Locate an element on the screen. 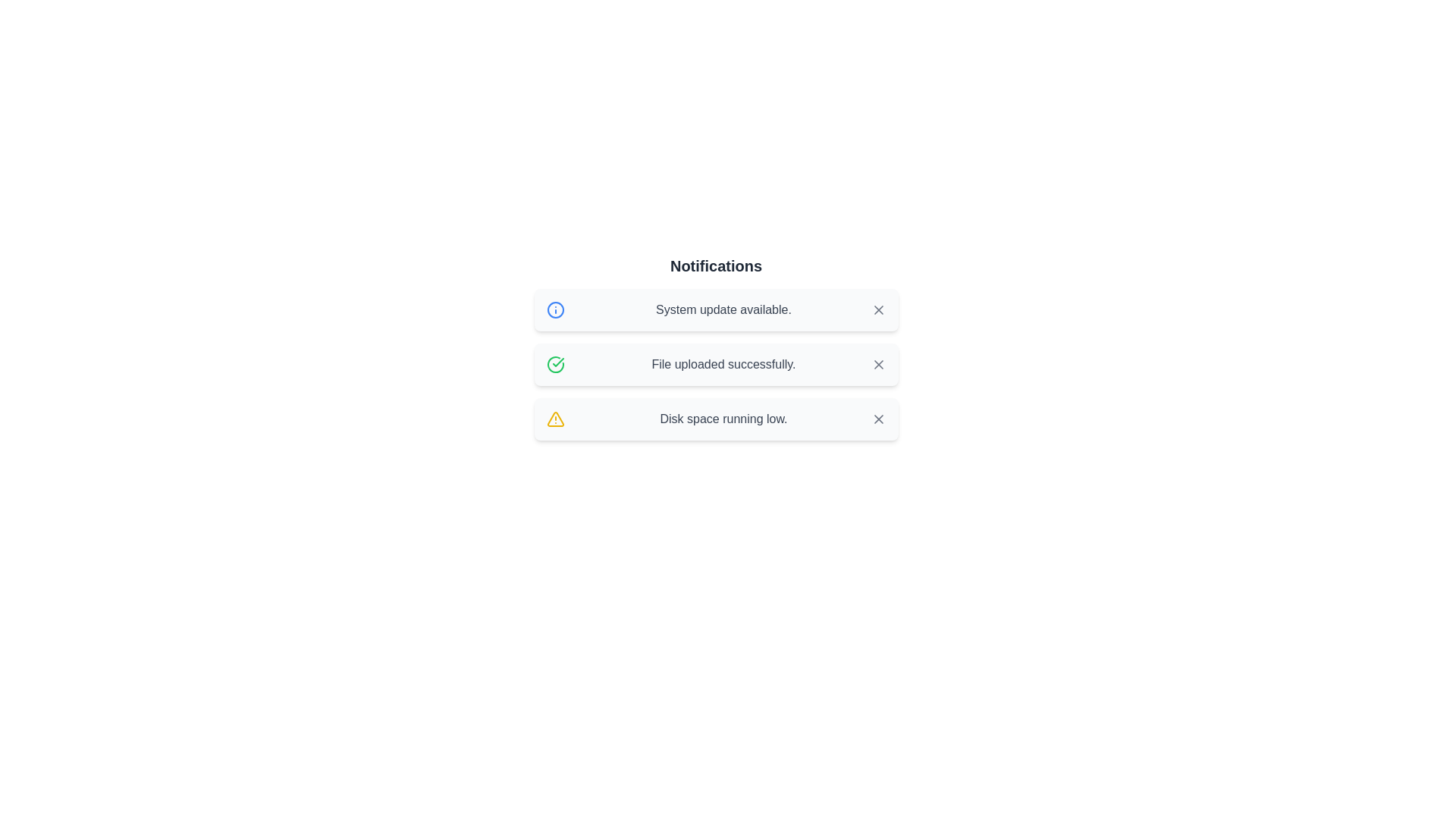 The height and width of the screenshot is (819, 1456). the dismissal icon located at the right edge of the notification labeled 'Disk space running low' is located at coordinates (878, 419).